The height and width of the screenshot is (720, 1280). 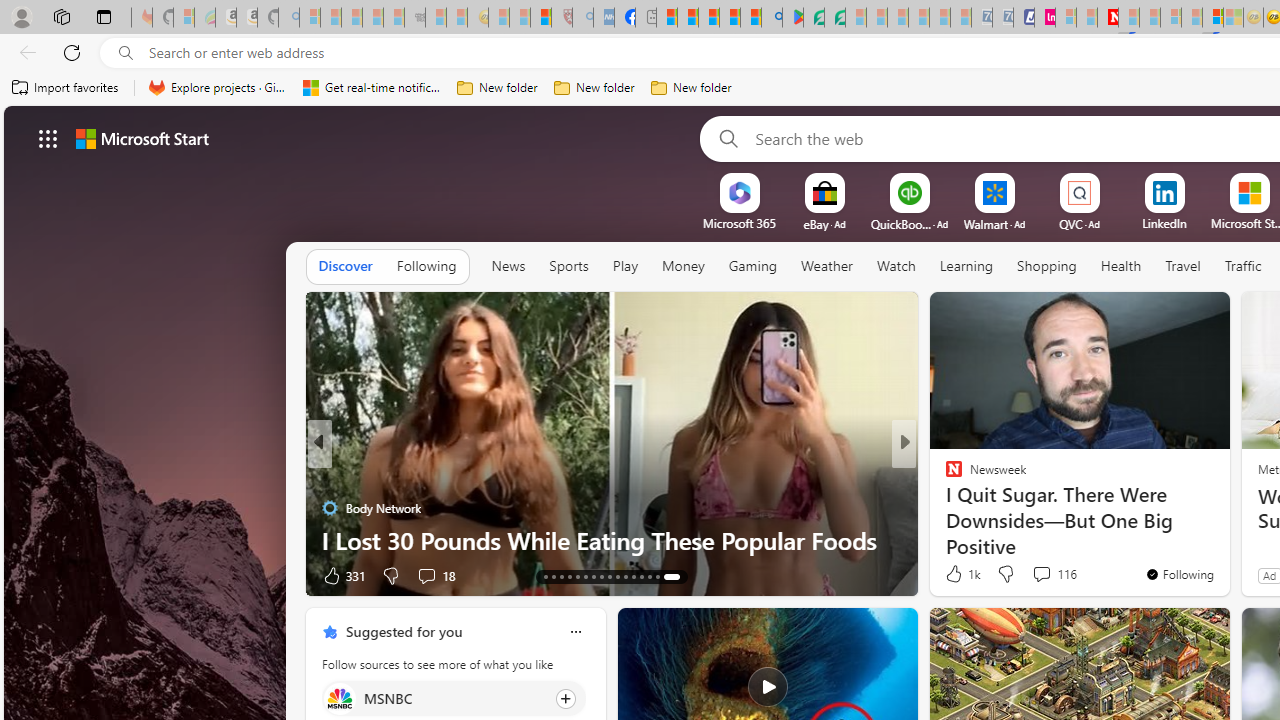 I want to click on 'AutomationID: tab-22', so click(x=616, y=577).